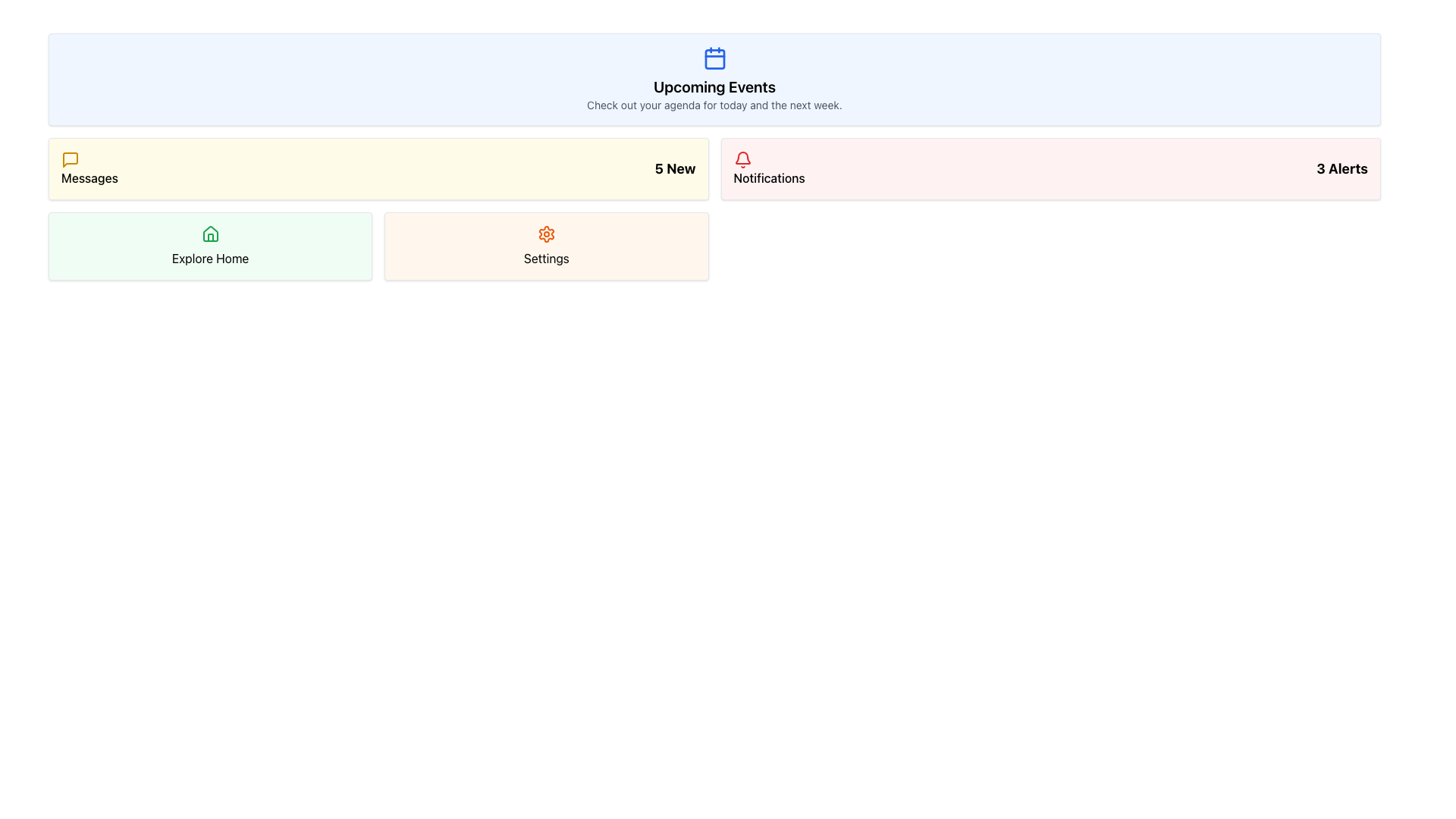  What do you see at coordinates (546, 245) in the screenshot?
I see `the Card component used for navigation or showcasing functionality's purpose and usage, located in the third column of the bottom row in a four-column grid layout` at bounding box center [546, 245].